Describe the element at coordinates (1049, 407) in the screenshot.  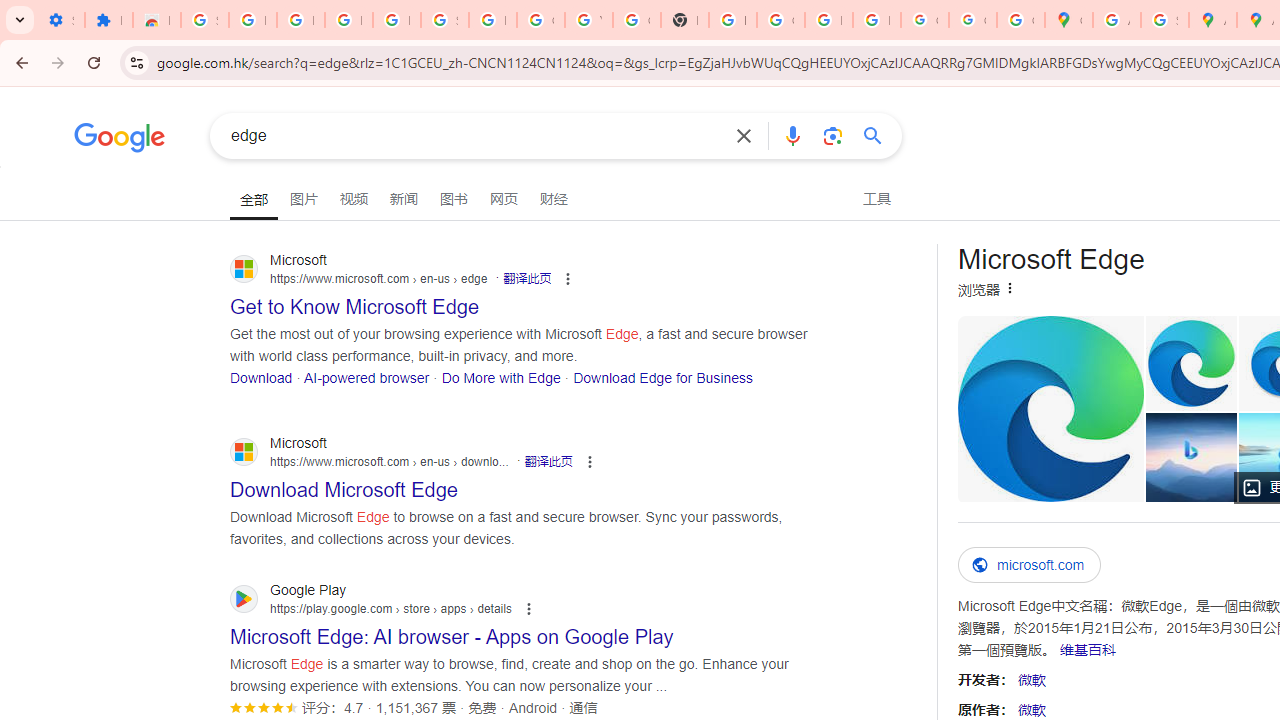
I see `'upload.wikimedia.org/wikipedia/commons/9/98/Micros...'` at that location.